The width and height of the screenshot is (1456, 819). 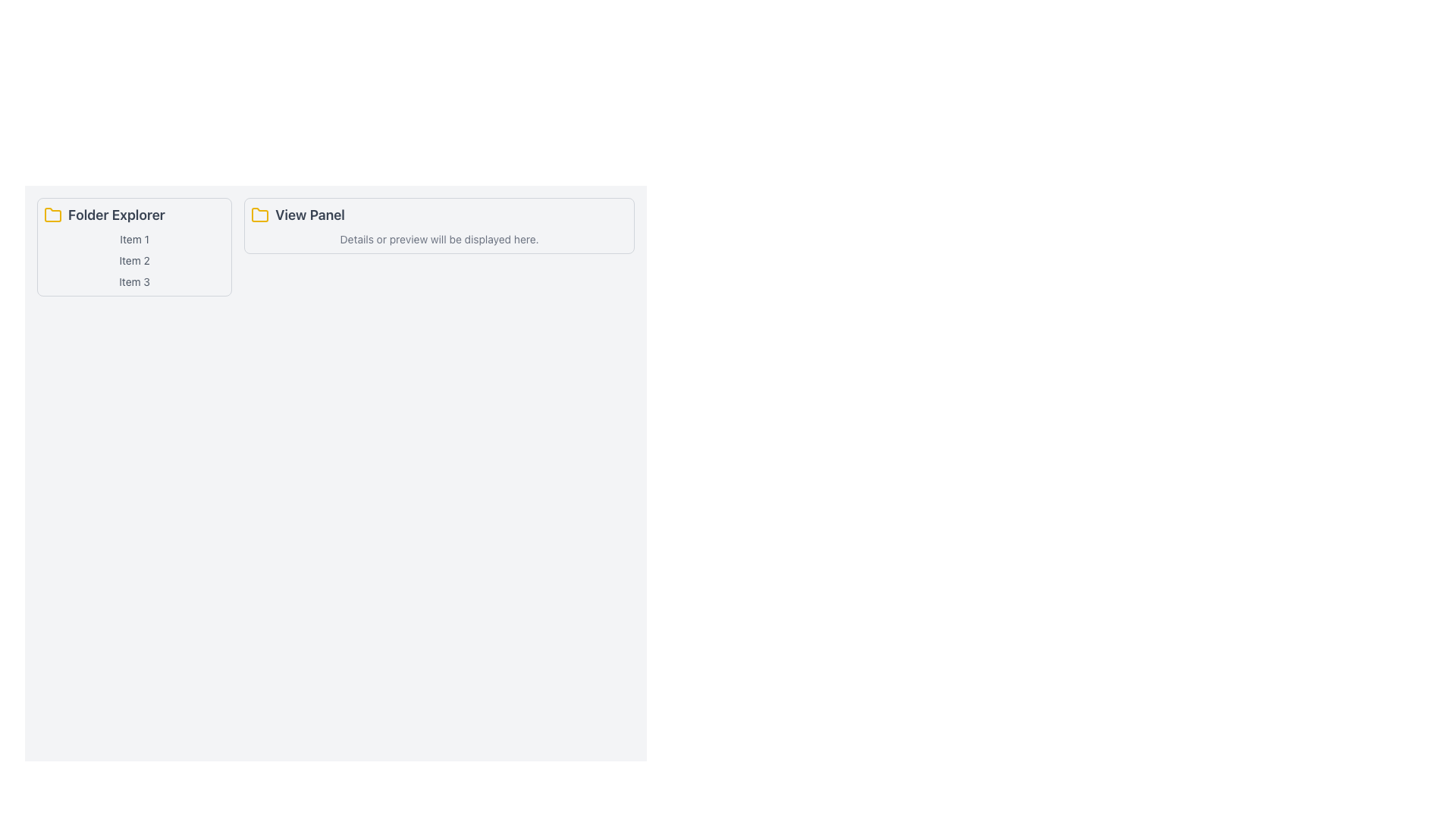 What do you see at coordinates (134, 281) in the screenshot?
I see `the third text label in the 'Folder Explorer' panel which represents an item in a list` at bounding box center [134, 281].